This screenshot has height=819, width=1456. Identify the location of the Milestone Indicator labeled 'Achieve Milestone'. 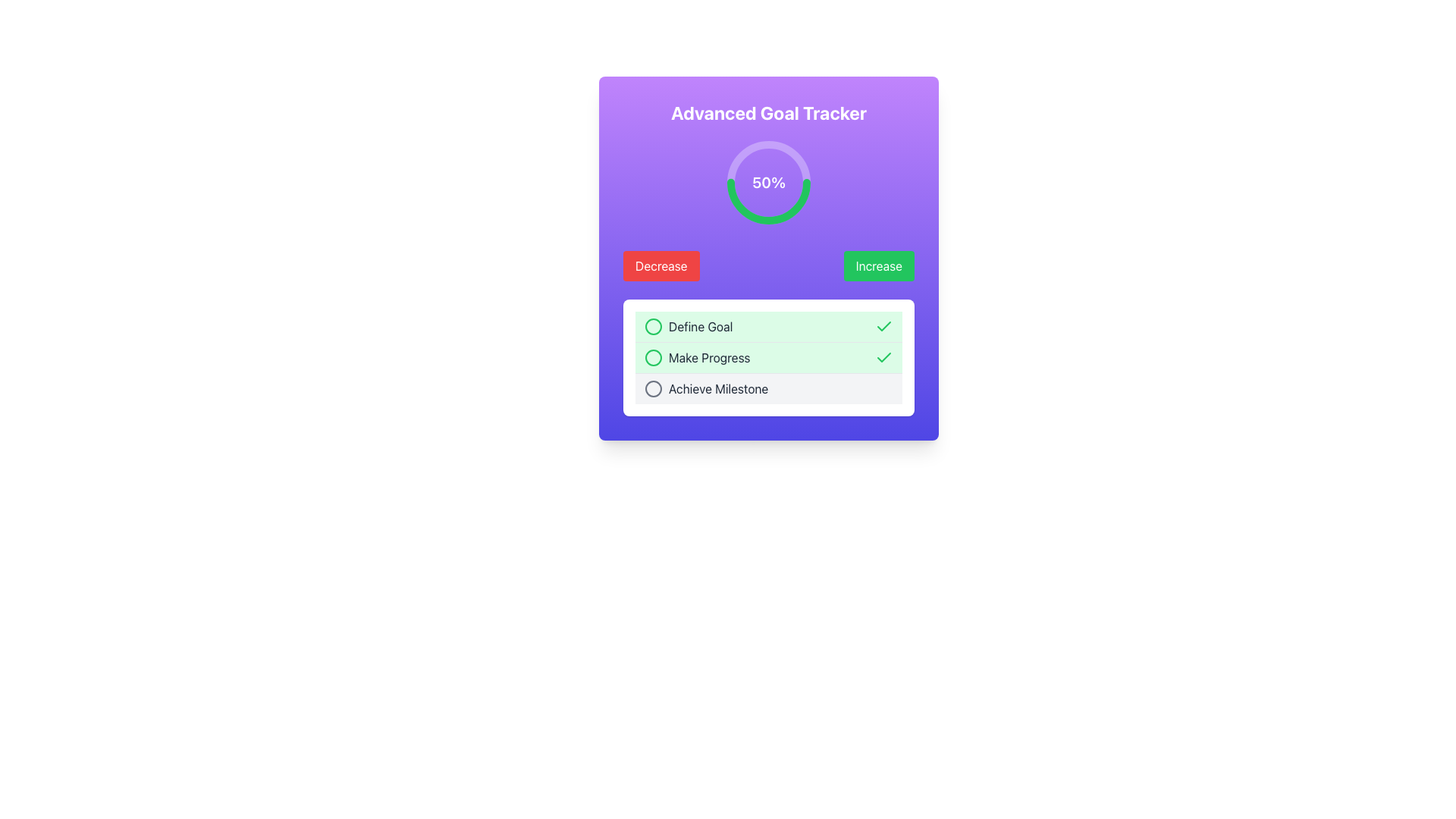
(768, 388).